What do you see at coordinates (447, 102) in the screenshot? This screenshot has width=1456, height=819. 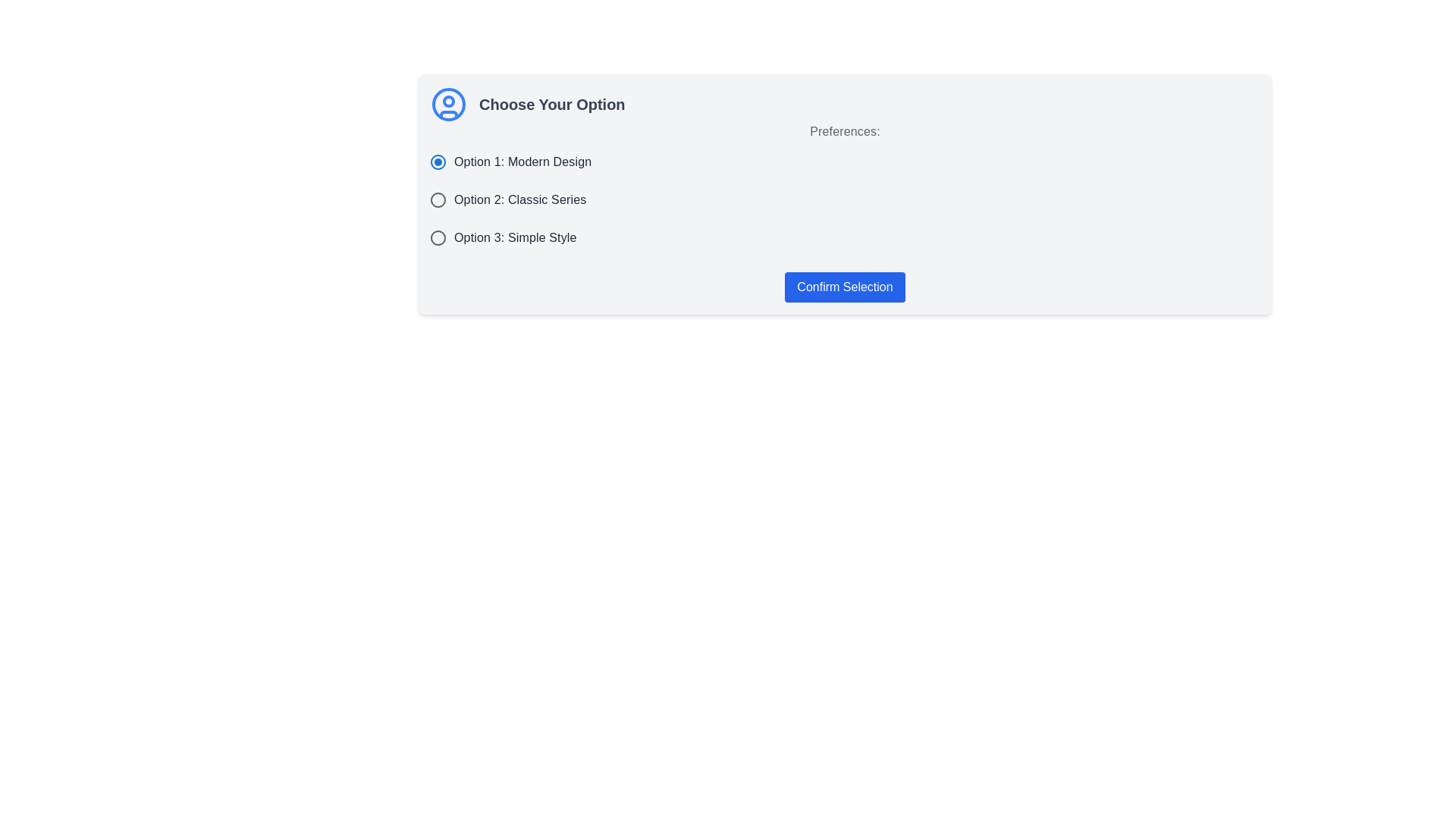 I see `the smaller circle that represents the head in the user profile icon, located slightly above the center of a larger circular icon on the left side of the section titled 'Choose Your Option'` at bounding box center [447, 102].